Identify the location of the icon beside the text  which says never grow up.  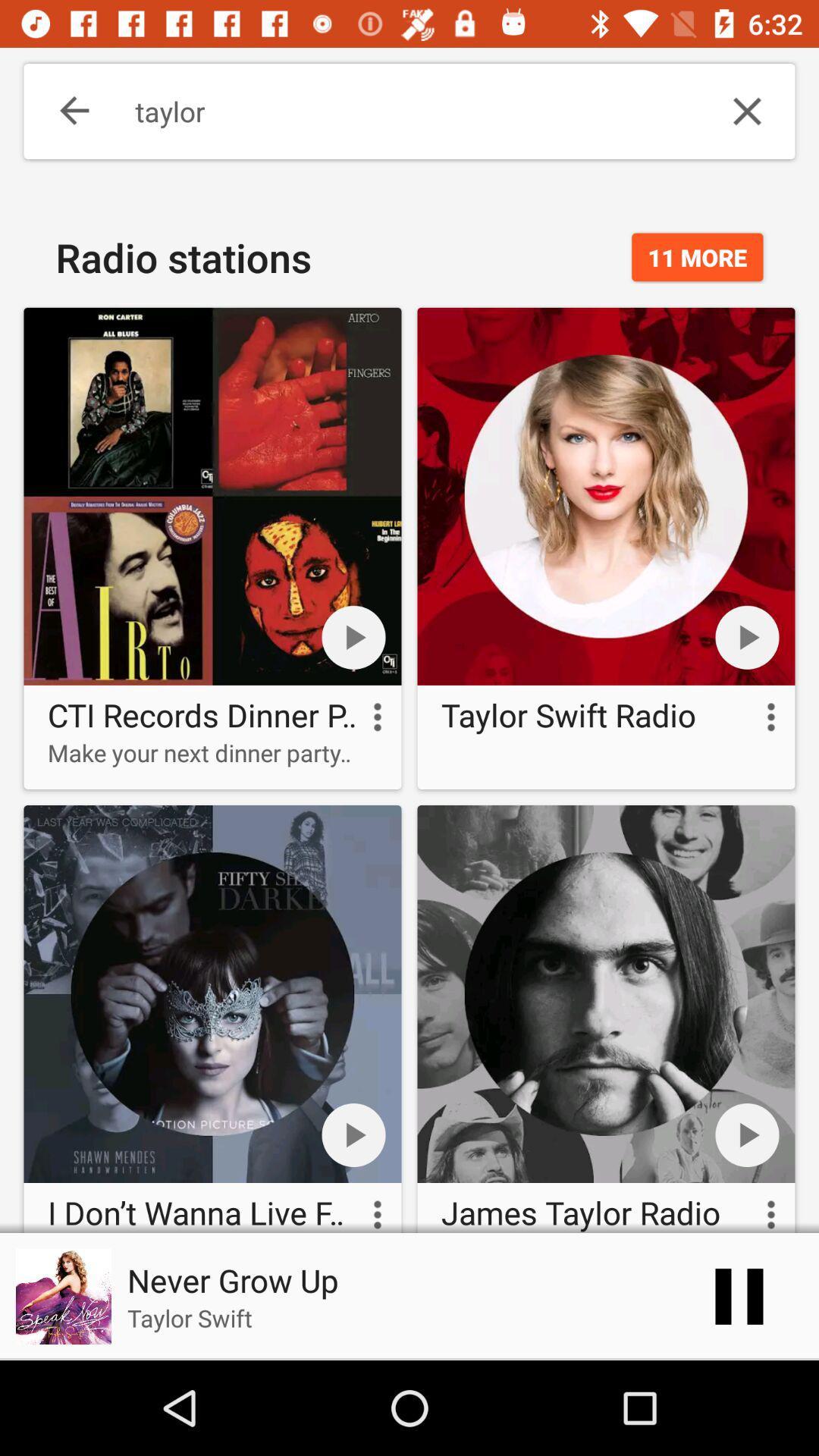
(63, 1295).